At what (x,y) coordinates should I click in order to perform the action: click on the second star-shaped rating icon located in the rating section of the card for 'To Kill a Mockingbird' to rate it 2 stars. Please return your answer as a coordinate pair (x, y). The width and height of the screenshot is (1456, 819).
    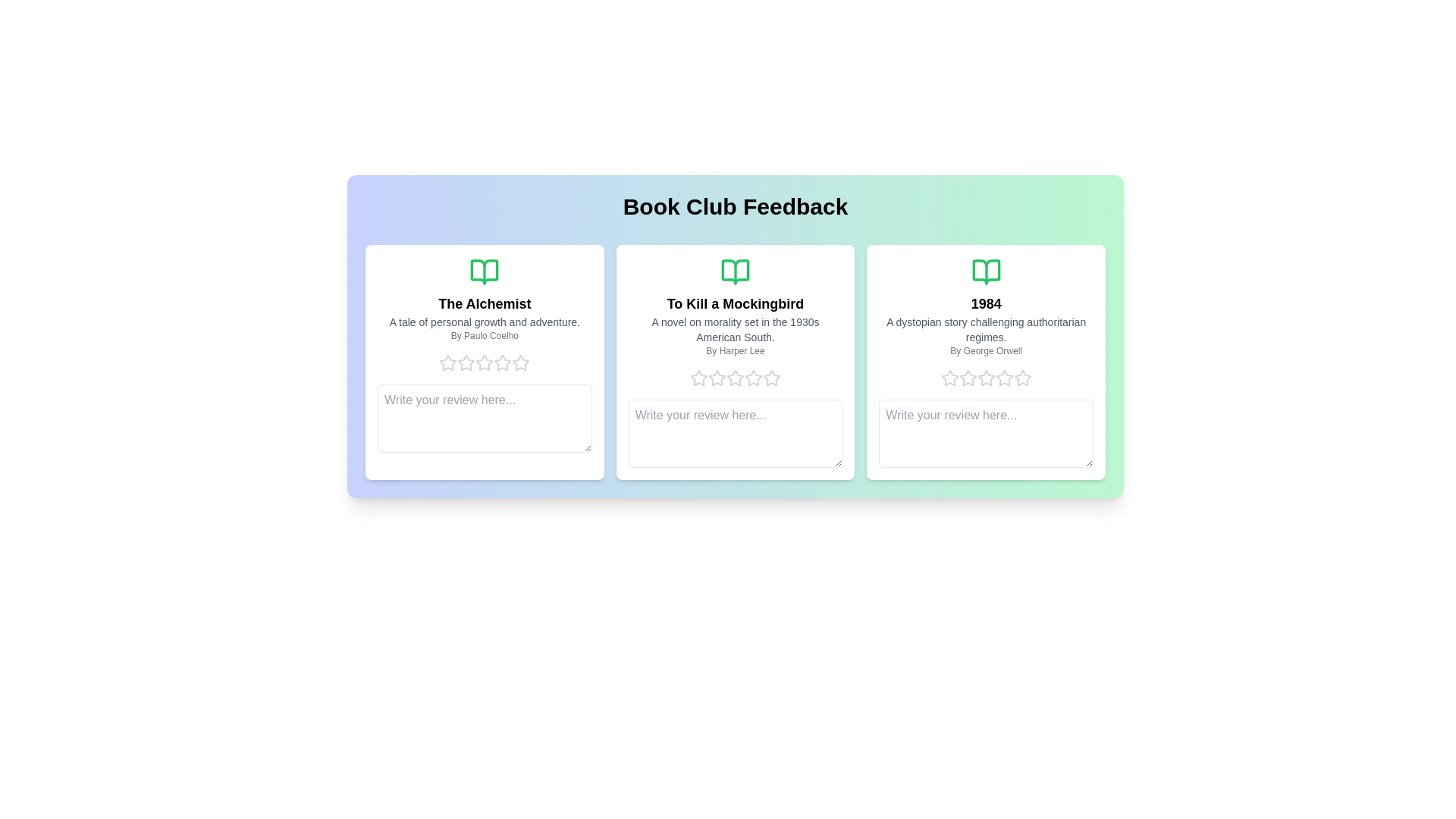
    Looking at the image, I should click on (735, 377).